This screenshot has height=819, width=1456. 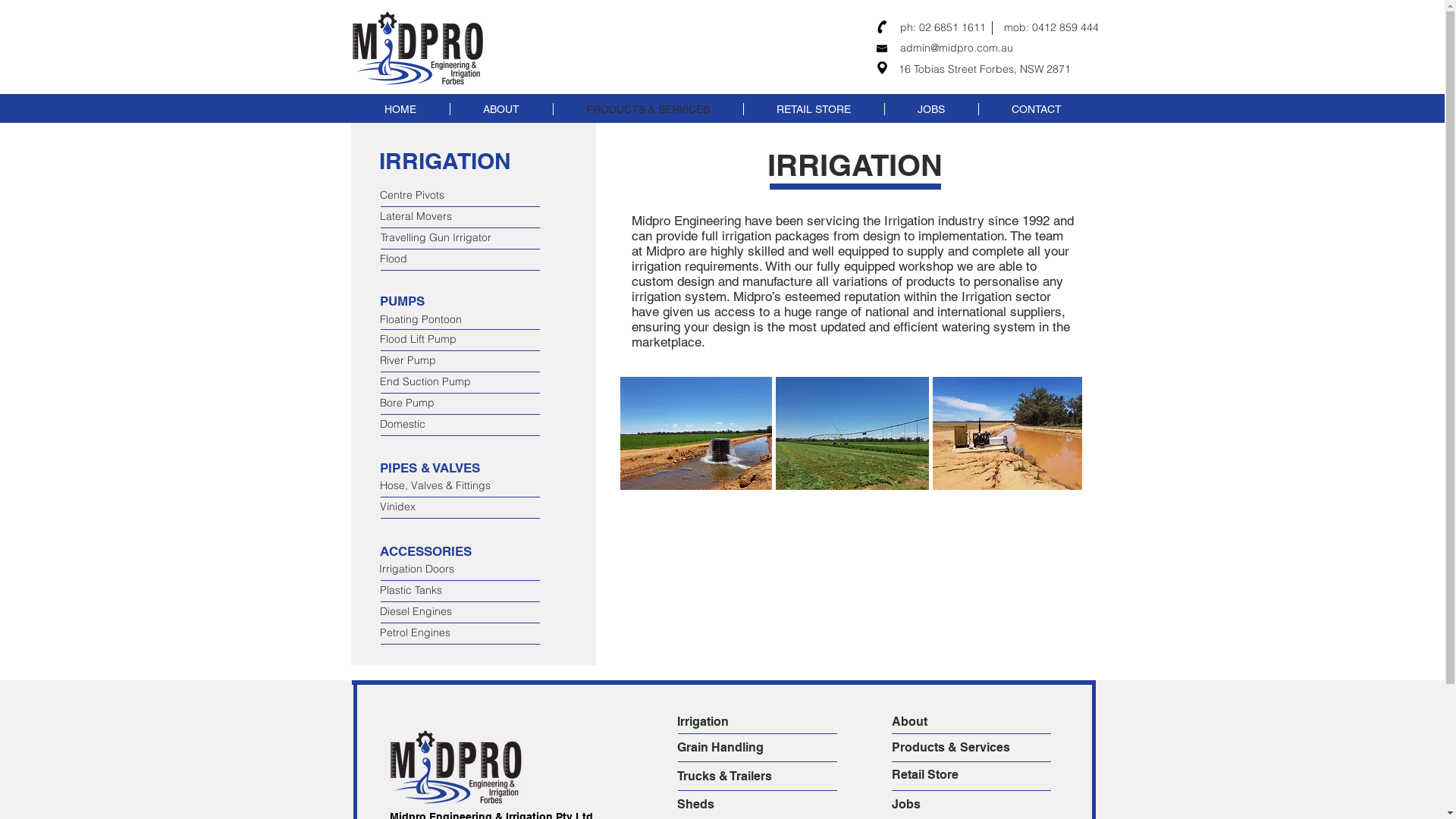 I want to click on 'Retail Store', so click(x=892, y=775).